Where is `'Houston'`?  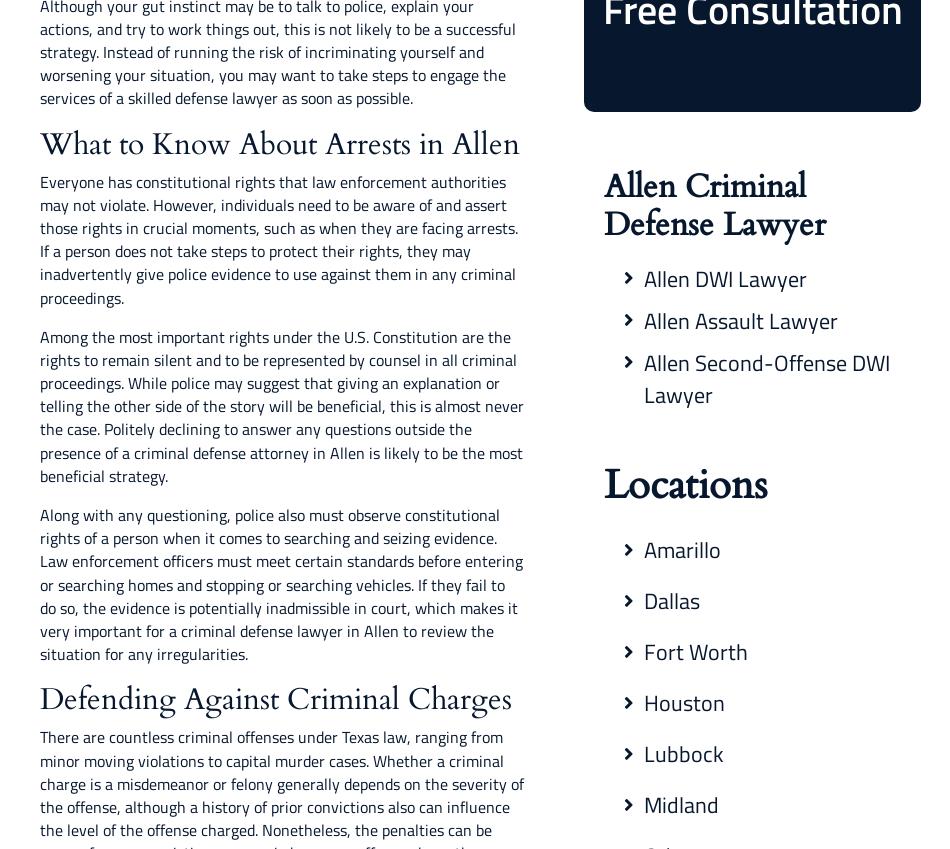 'Houston' is located at coordinates (684, 701).